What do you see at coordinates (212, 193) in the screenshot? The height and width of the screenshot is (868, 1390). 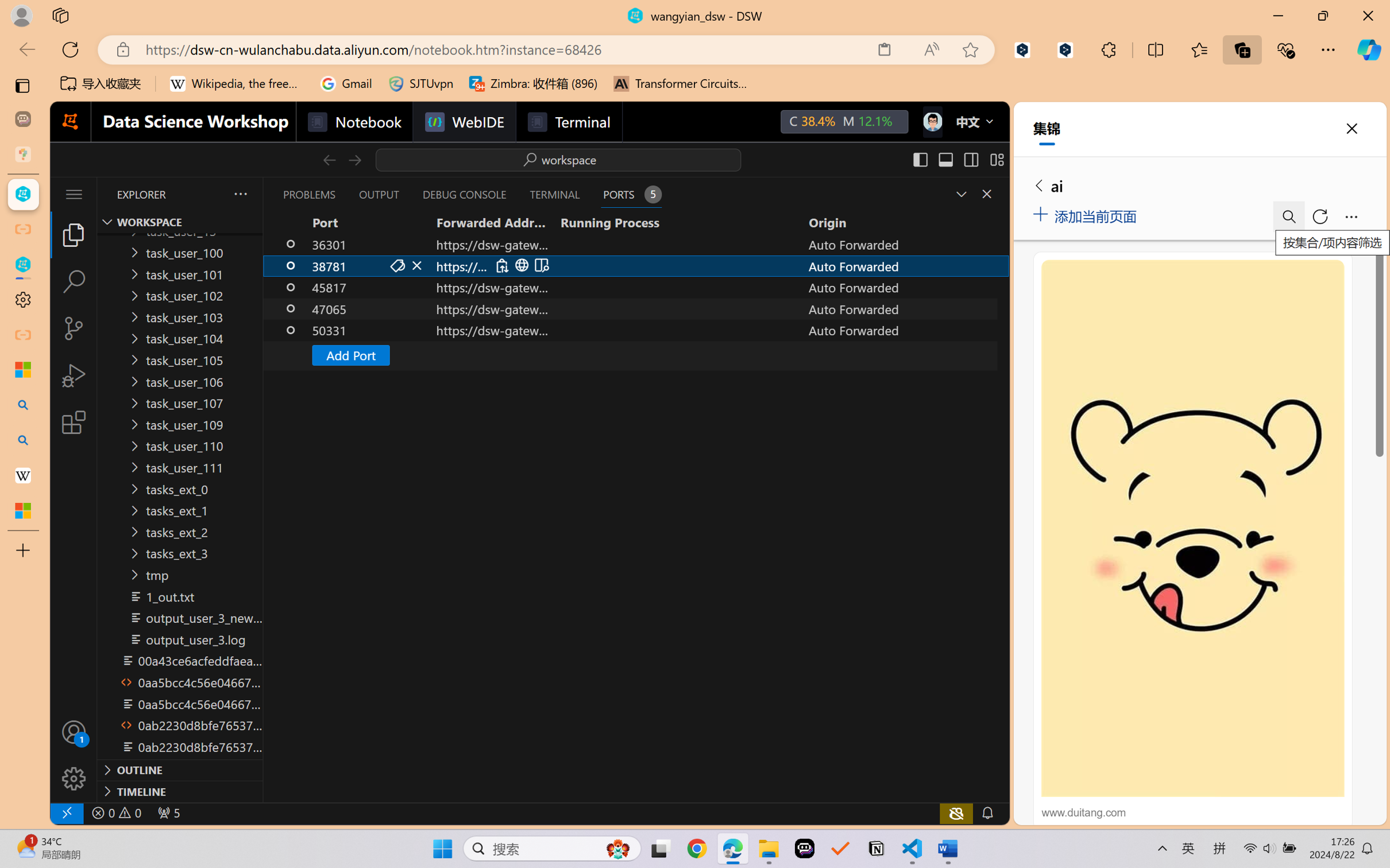 I see `'Explorer actions'` at bounding box center [212, 193].